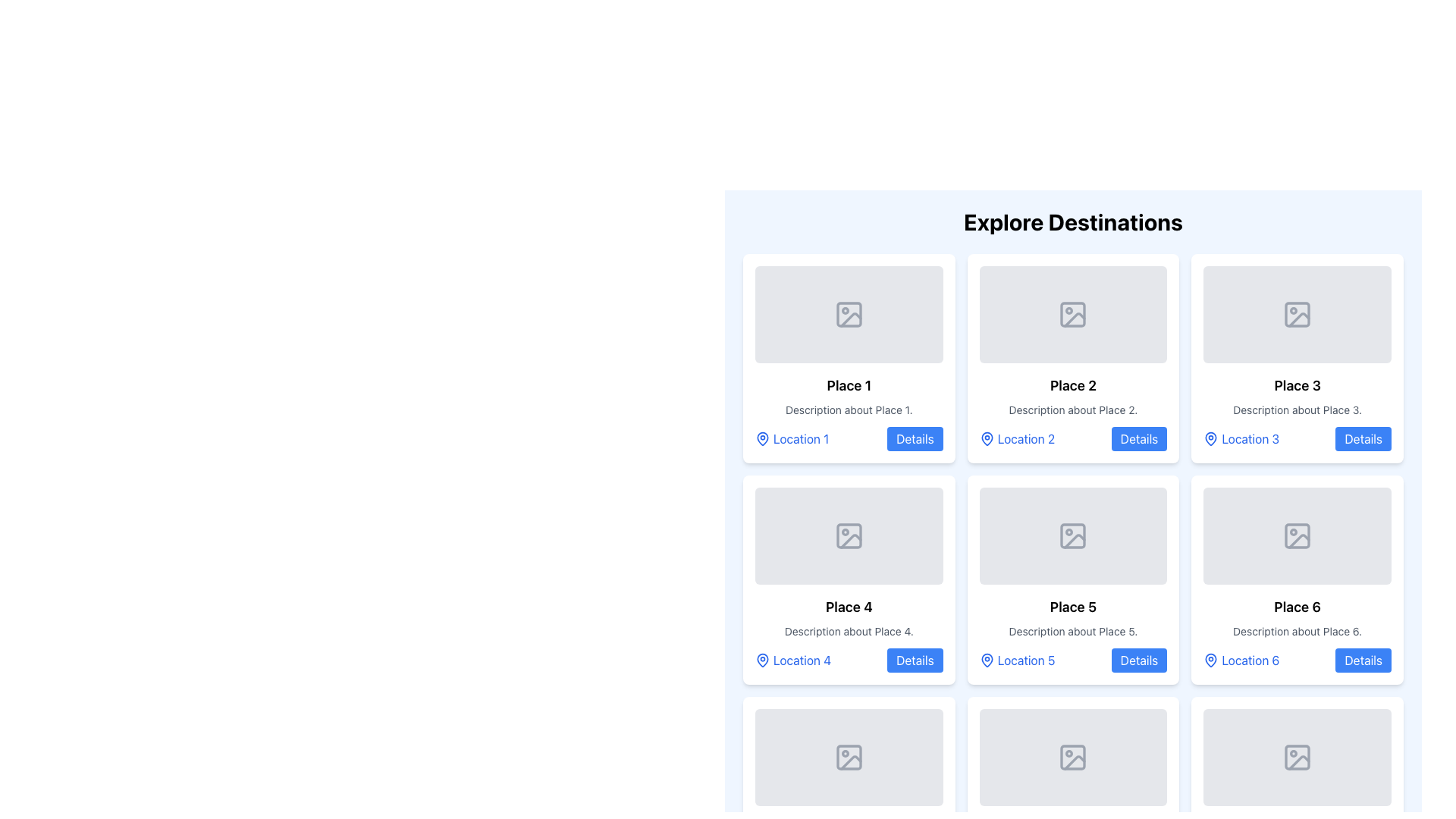 This screenshot has height=819, width=1456. Describe the element at coordinates (1297, 314) in the screenshot. I see `the image placeholder icon located in 'Place 3', the rightmost card in the first row of the displayed grid` at that location.